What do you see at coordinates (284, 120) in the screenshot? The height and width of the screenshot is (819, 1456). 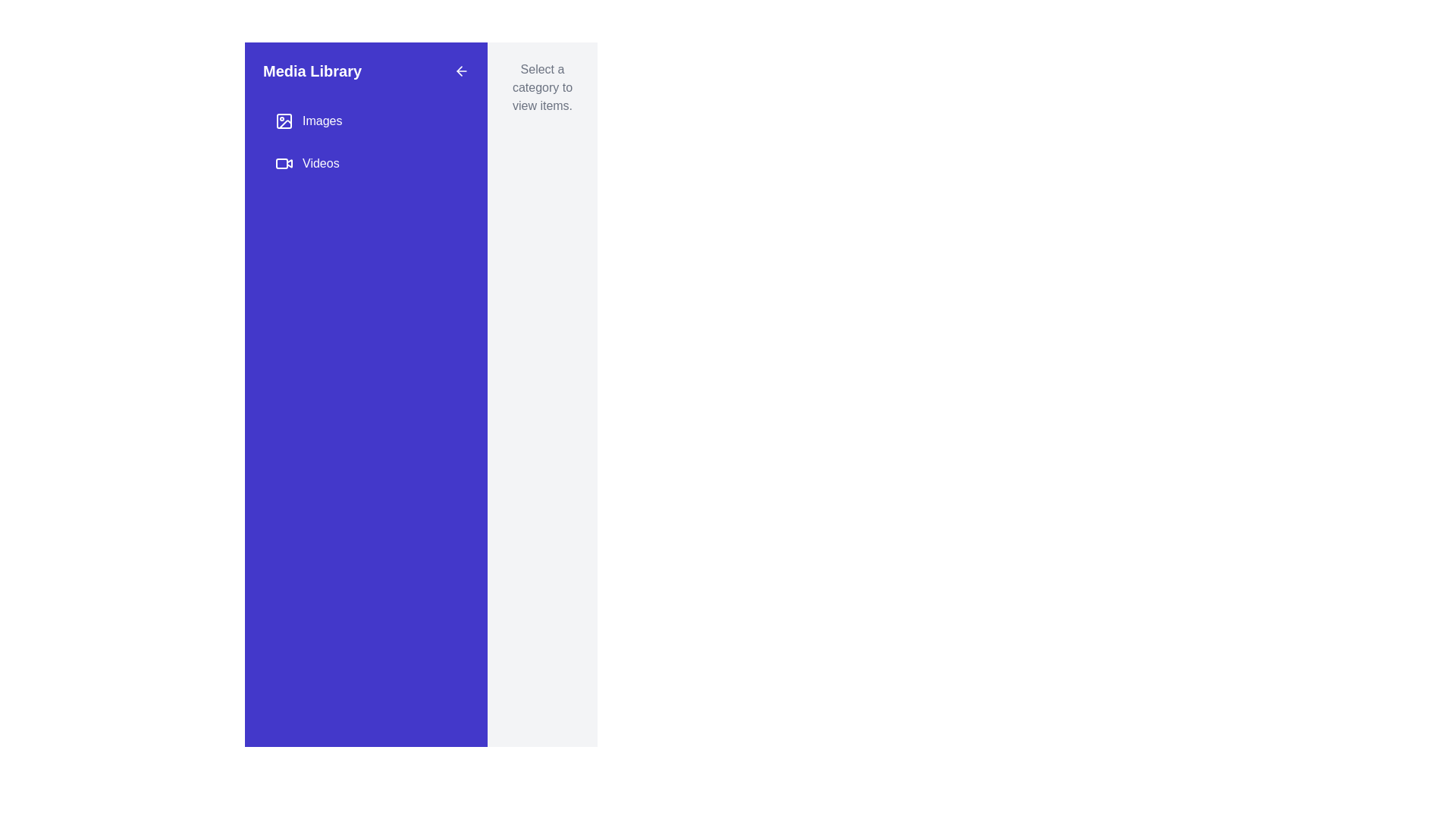 I see `the graphical icon representing the 'Images' category in the navigation menu of the 'Media Library' panel, located to the left of the 'Images' text` at bounding box center [284, 120].